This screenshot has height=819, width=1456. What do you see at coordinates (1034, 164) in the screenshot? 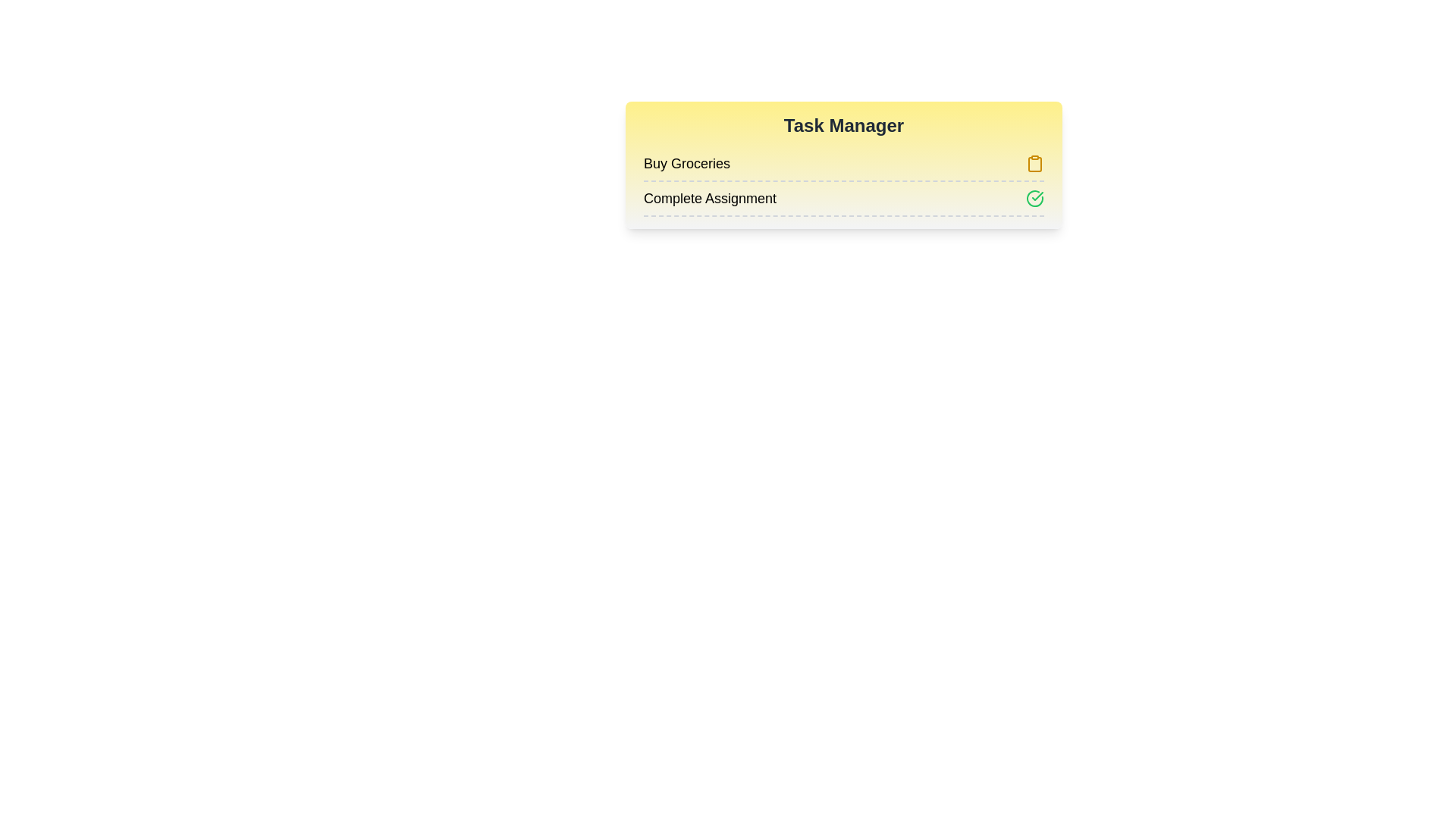
I see `the small yellow clipboard icon located to the right of the 'Buy Groceries' task description` at bounding box center [1034, 164].